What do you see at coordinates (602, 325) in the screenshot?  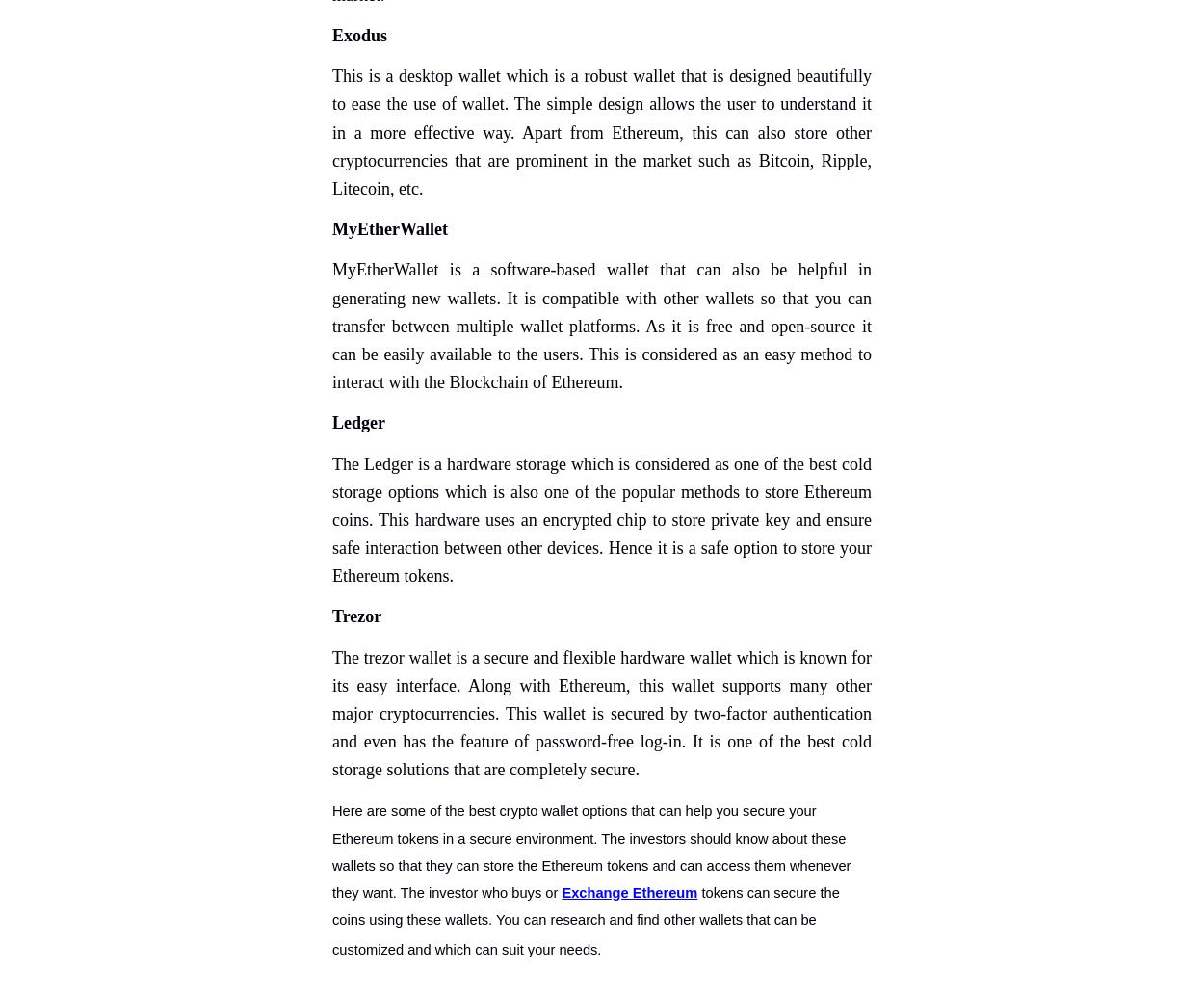 I see `'MyEtherWallet is a software-based wallet that can also be helpful in generating new wallets. It is compatible with other wallets so that you can transfer between multiple wallet platforms. As it is free and open-source it can be easily available to the users. This is considered as an easy method to interact with the Blockchain of Ethereum.'` at bounding box center [602, 325].